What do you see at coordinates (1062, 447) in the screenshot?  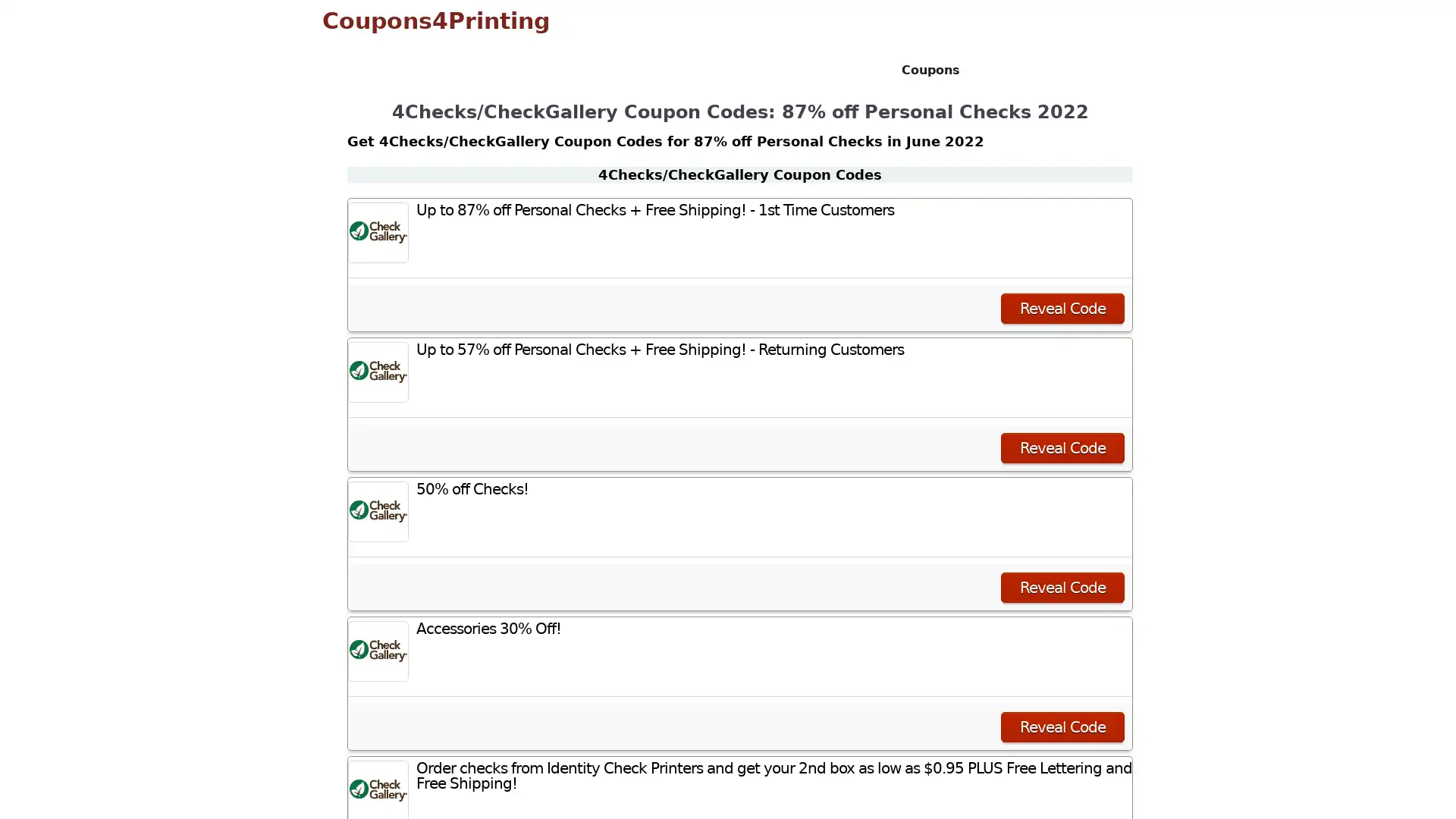 I see `Reveal Code` at bounding box center [1062, 447].